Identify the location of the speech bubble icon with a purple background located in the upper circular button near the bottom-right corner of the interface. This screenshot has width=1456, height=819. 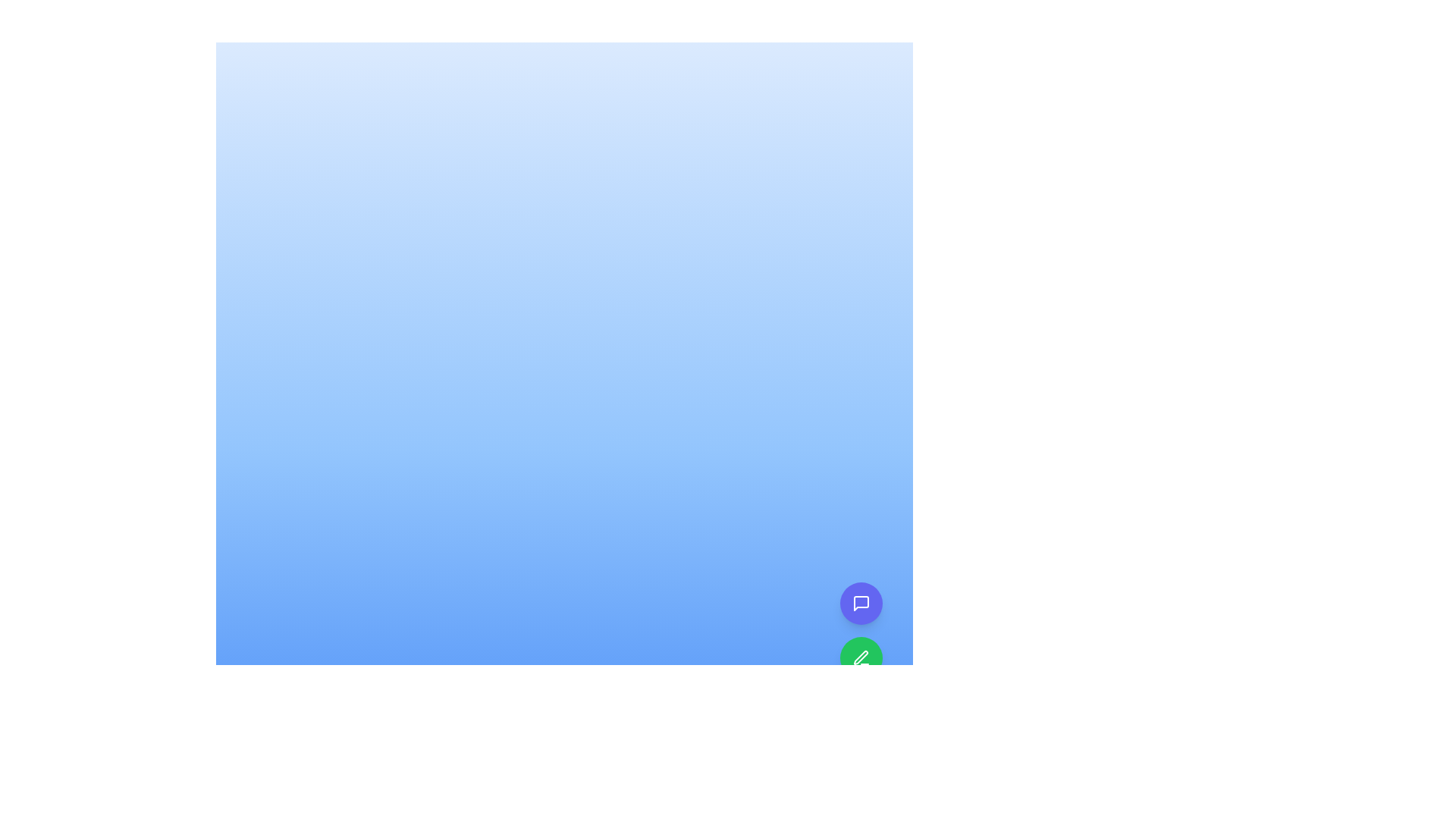
(861, 602).